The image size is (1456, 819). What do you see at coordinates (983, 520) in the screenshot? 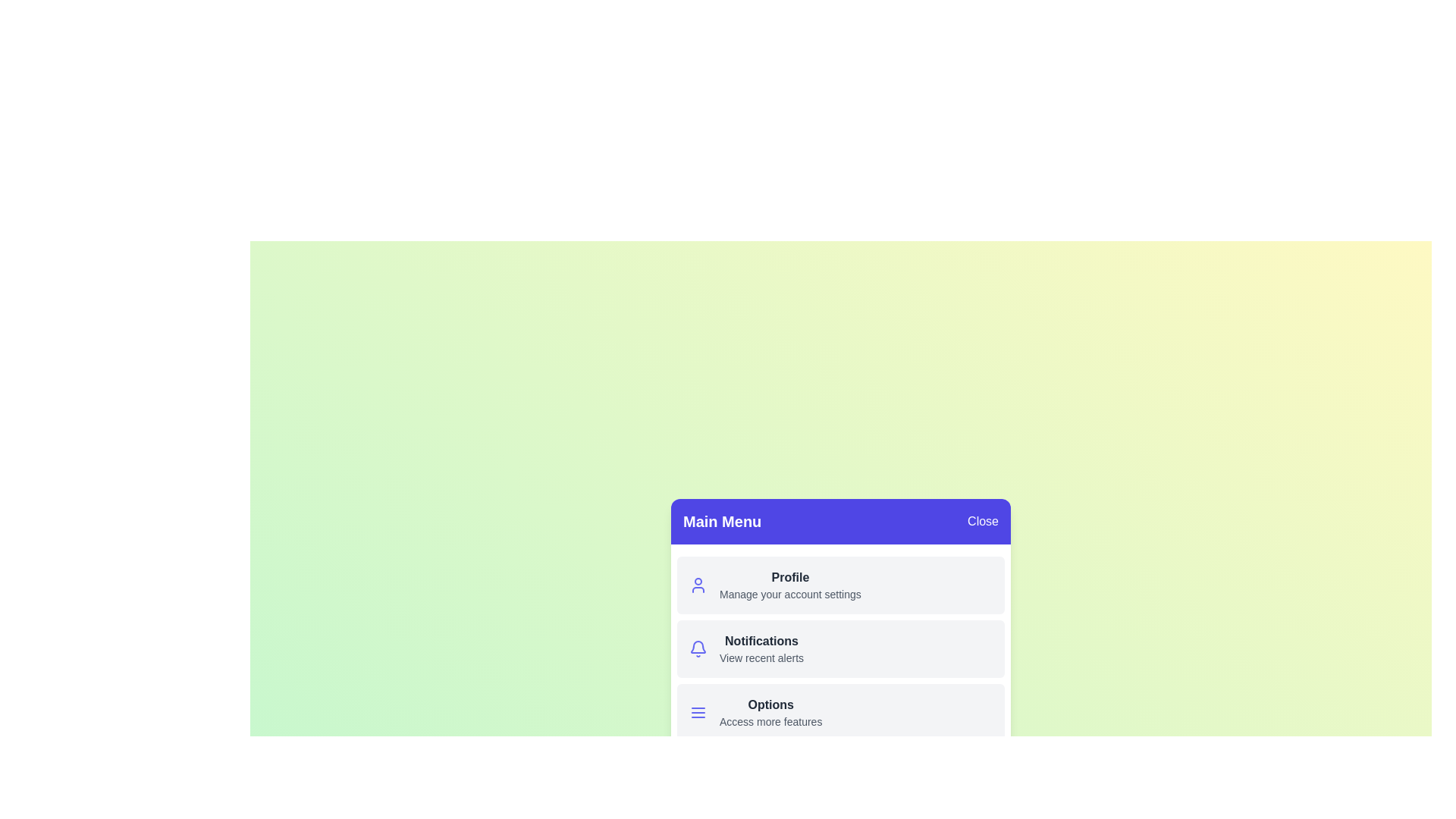
I see `the 'Close' button in the header to toggle the menu` at bounding box center [983, 520].